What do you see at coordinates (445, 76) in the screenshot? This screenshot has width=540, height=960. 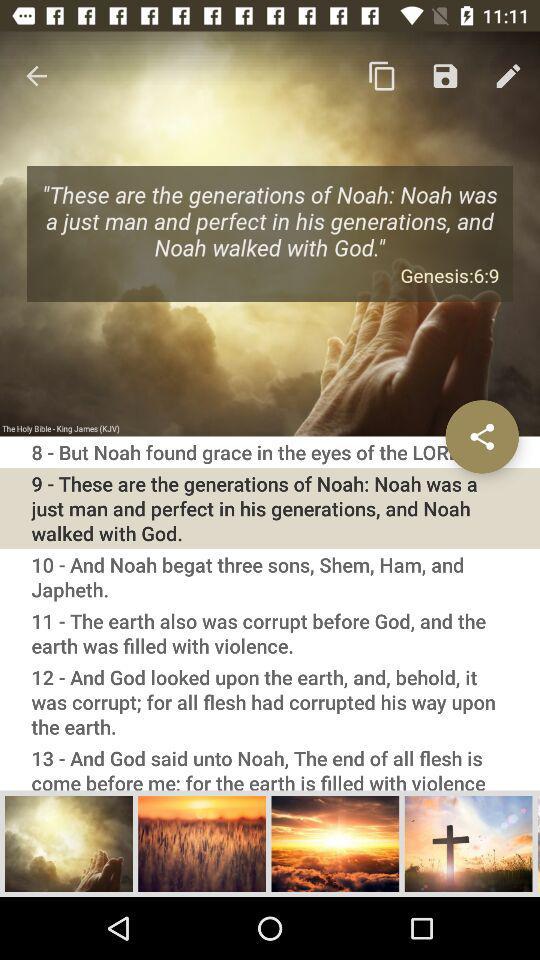 I see `the second icon which is at the top right` at bounding box center [445, 76].